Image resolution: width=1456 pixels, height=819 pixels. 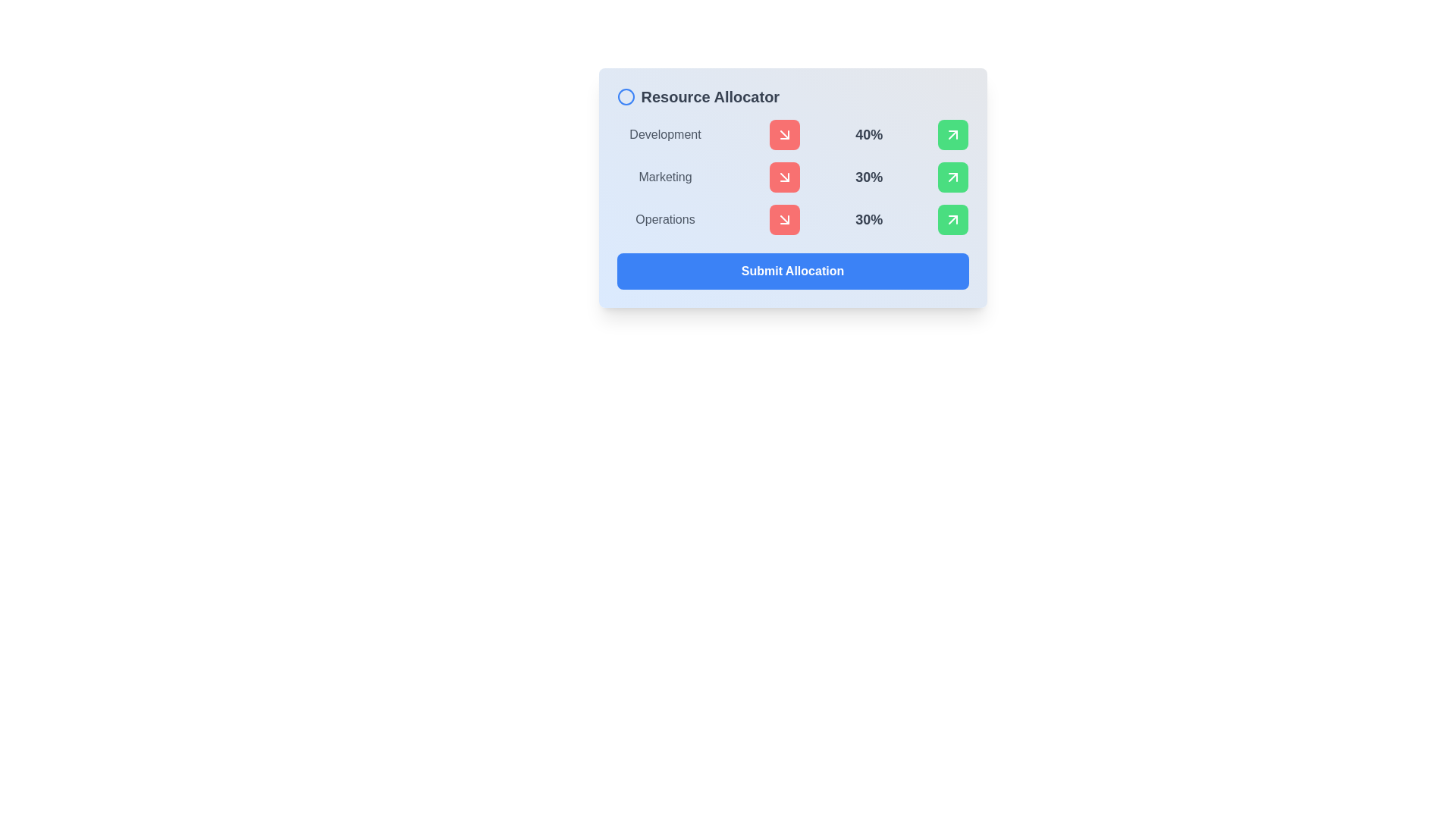 What do you see at coordinates (784, 133) in the screenshot?
I see `the small square button with a red background and a white downward-rightward arrow icon located in the 'Development' row for accessibility navigation` at bounding box center [784, 133].